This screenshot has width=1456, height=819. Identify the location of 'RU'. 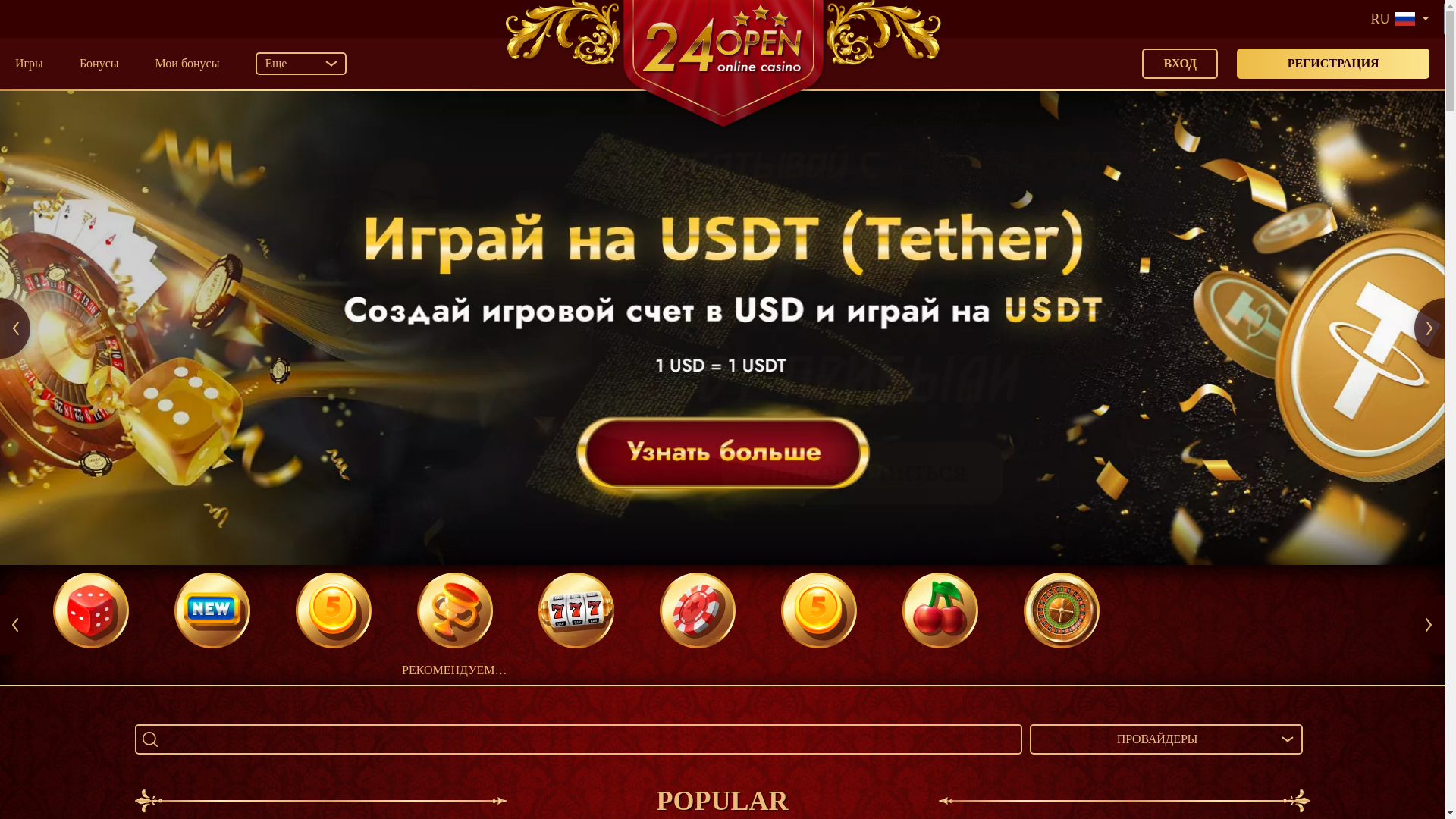
(1398, 18).